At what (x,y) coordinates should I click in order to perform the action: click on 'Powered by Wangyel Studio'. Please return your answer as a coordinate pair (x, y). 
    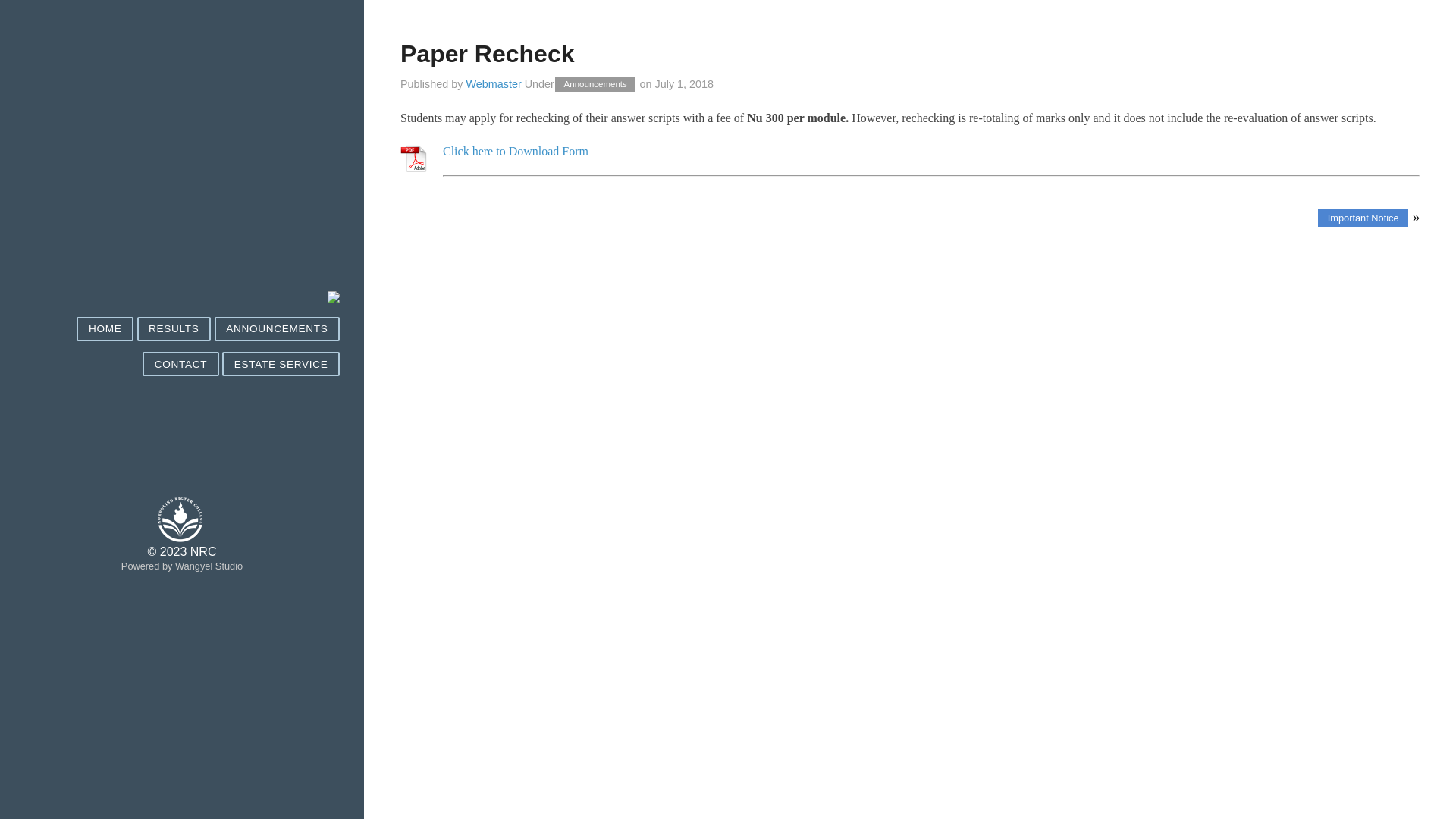
    Looking at the image, I should click on (182, 566).